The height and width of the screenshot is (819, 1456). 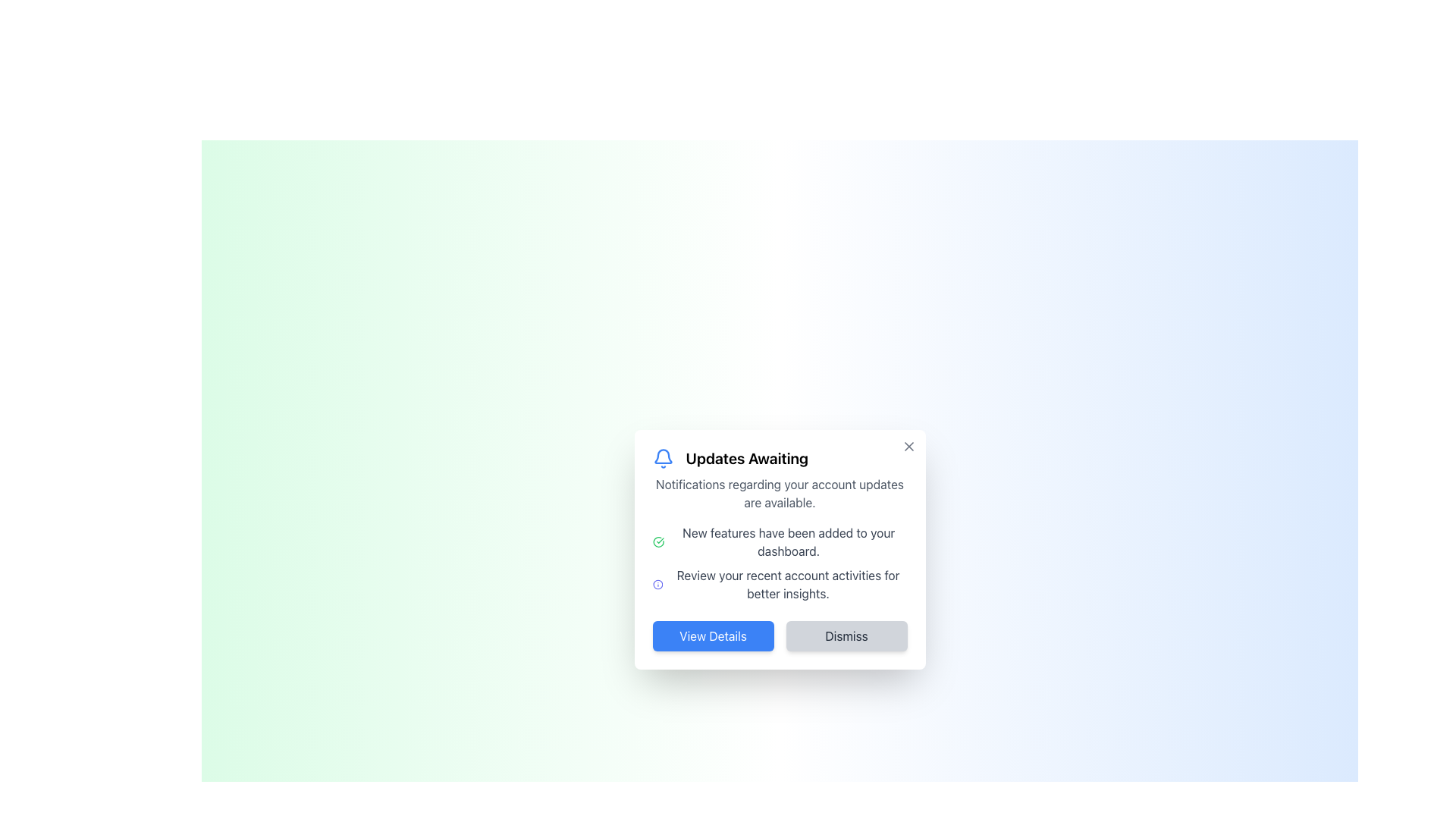 What do you see at coordinates (846, 636) in the screenshot?
I see `the 'Dismiss' button located on the right side of the 'View Details' button` at bounding box center [846, 636].